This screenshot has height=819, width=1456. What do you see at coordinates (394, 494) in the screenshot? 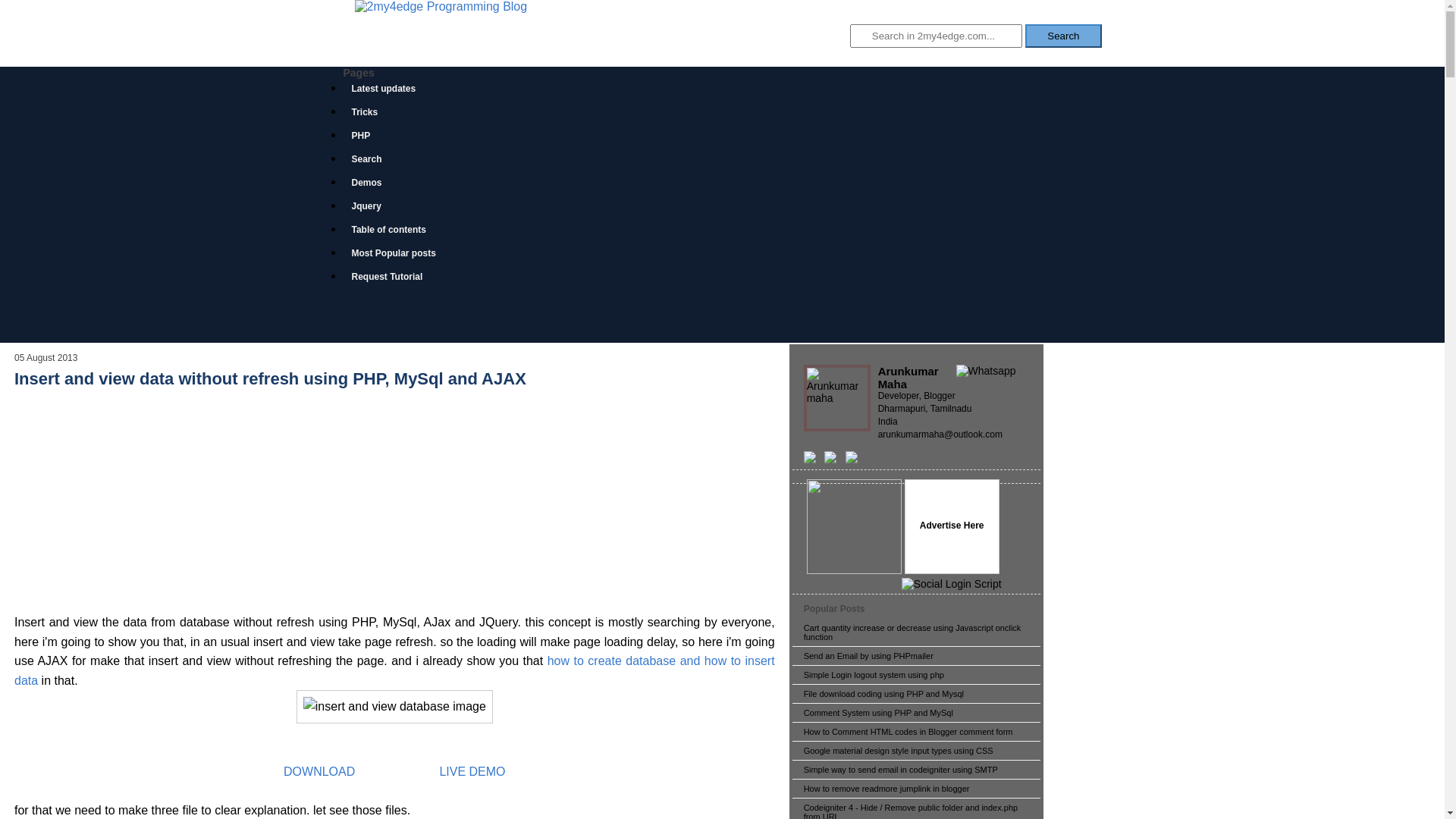
I see `'Advertisement'` at bounding box center [394, 494].